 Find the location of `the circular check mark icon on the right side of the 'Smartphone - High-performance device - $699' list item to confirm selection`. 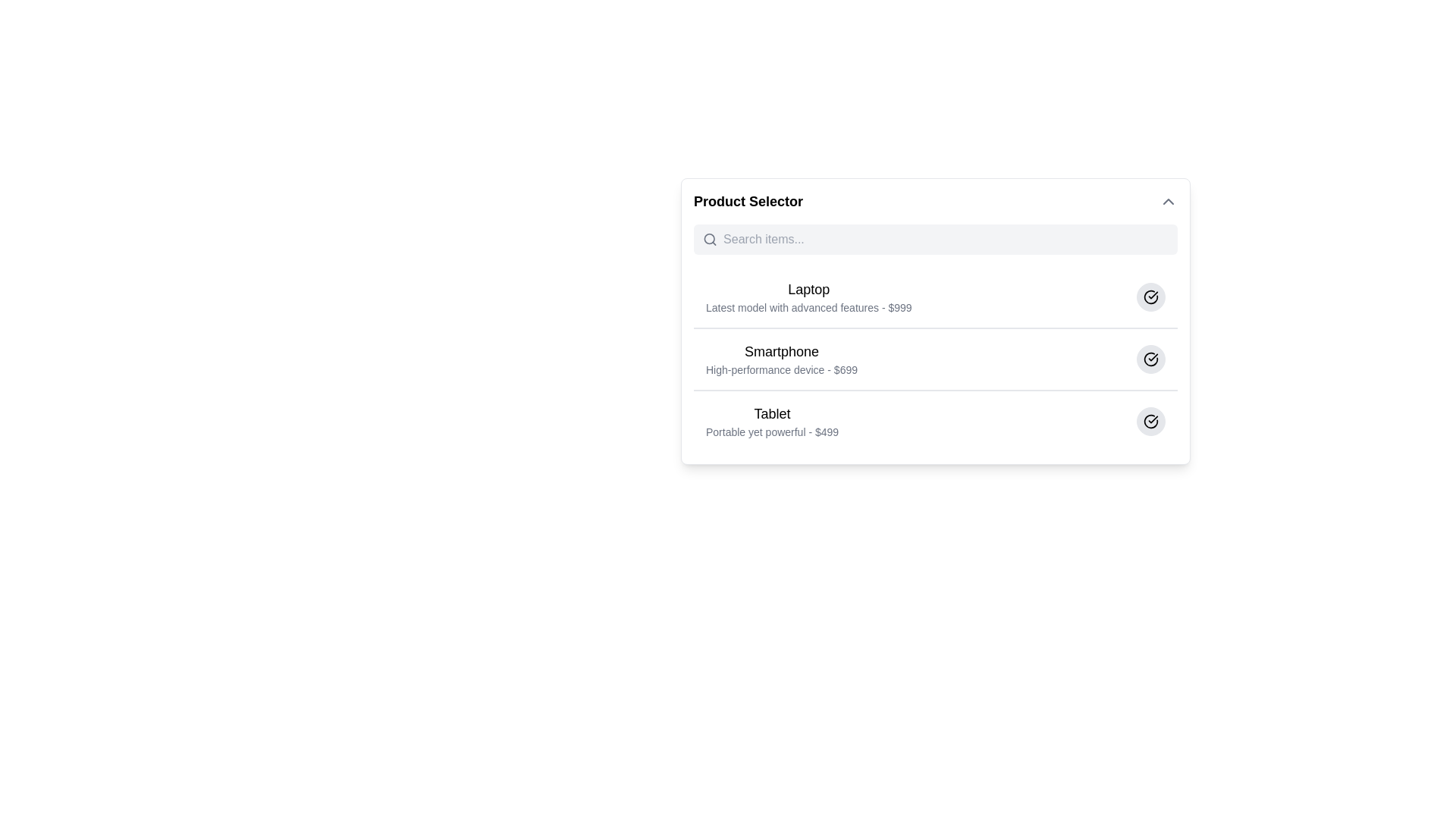

the circular check mark icon on the right side of the 'Smartphone - High-performance device - $699' list item to confirm selection is located at coordinates (1150, 359).